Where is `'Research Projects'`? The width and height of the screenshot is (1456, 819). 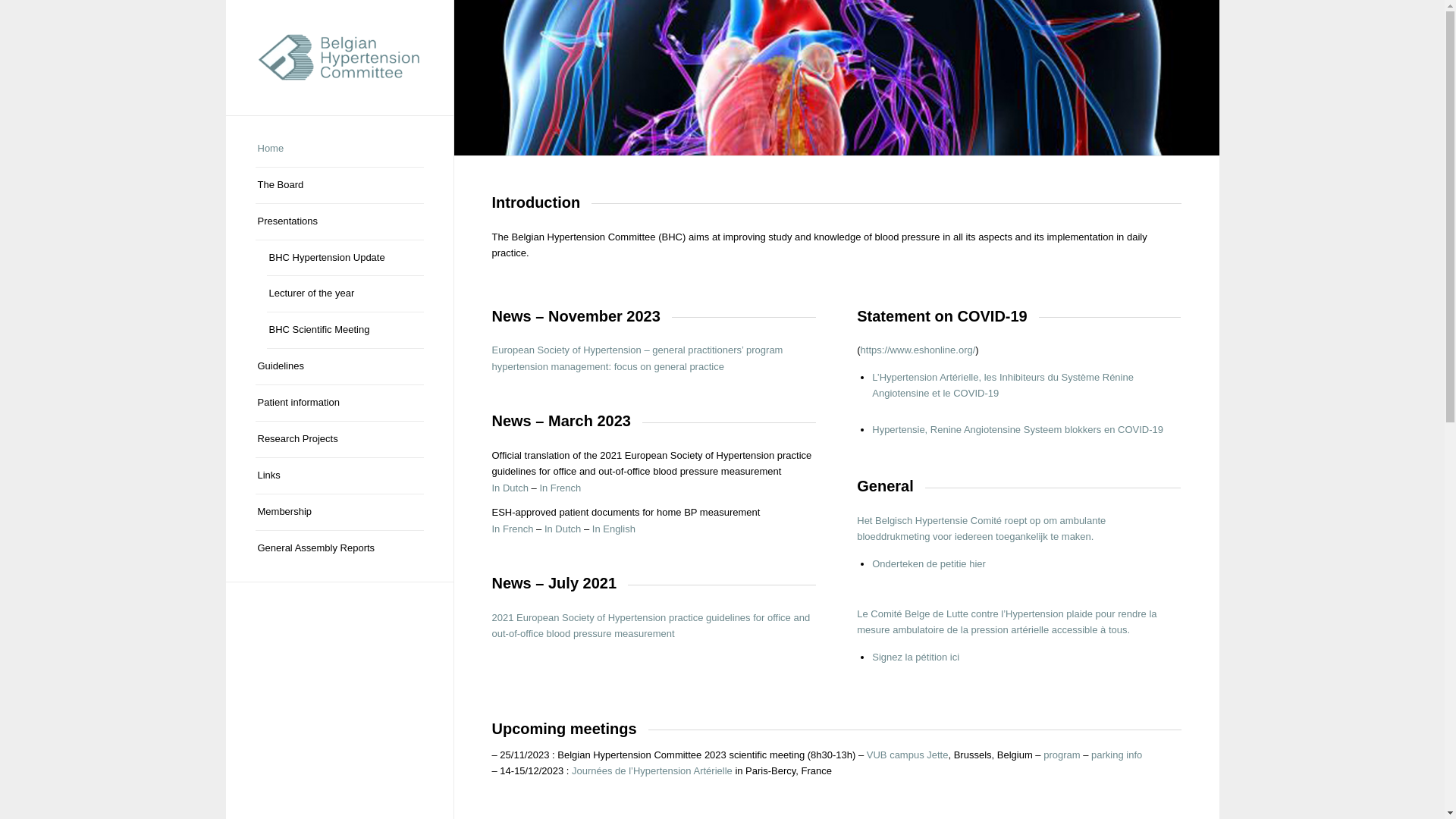 'Research Projects' is located at coordinates (337, 439).